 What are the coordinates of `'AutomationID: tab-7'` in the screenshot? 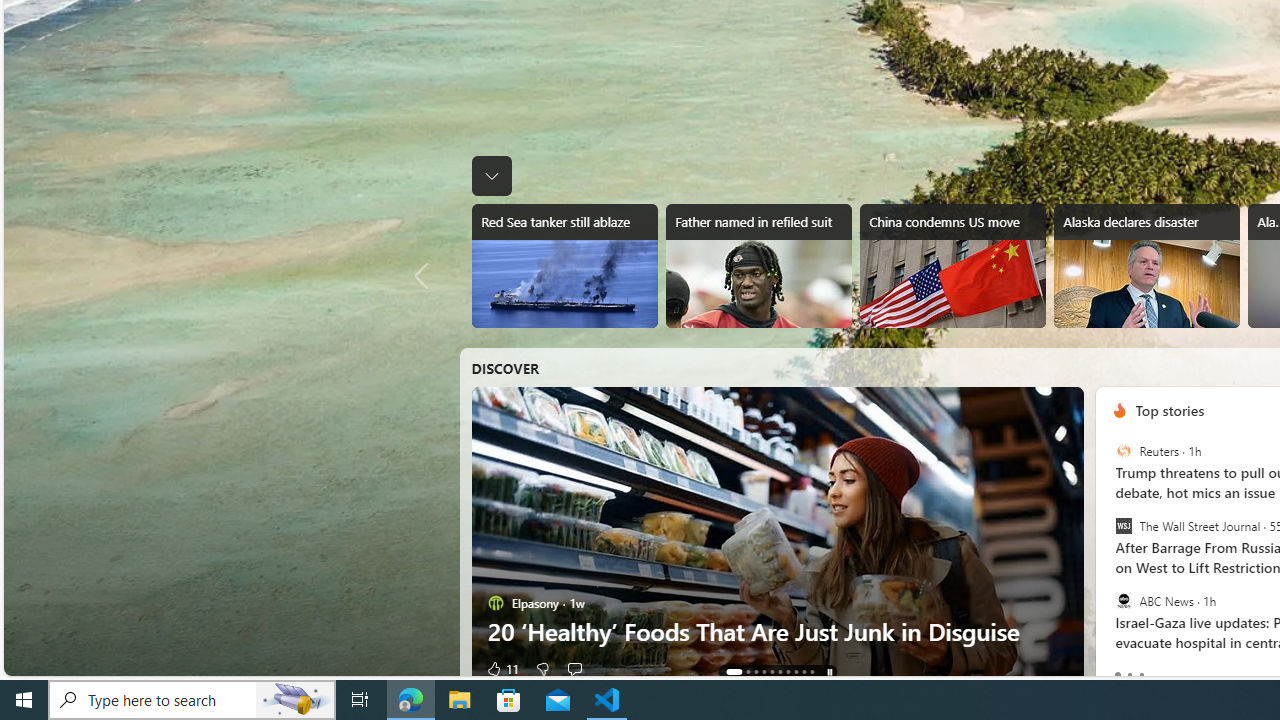 It's located at (795, 672).